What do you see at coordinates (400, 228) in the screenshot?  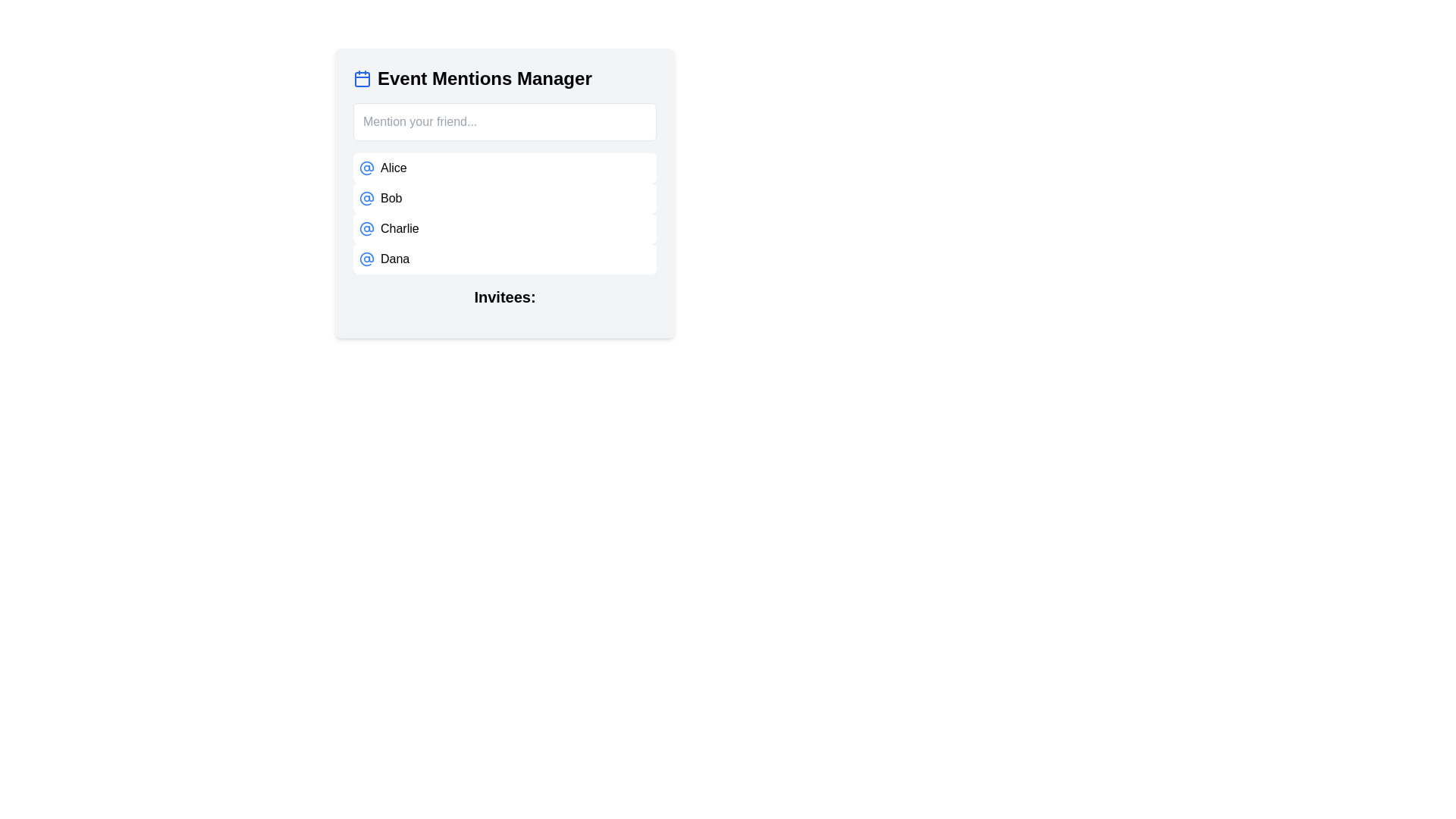 I see `the text label that identifies the third item in the list of names, positioned slightly to the right of the '@' symbol` at bounding box center [400, 228].